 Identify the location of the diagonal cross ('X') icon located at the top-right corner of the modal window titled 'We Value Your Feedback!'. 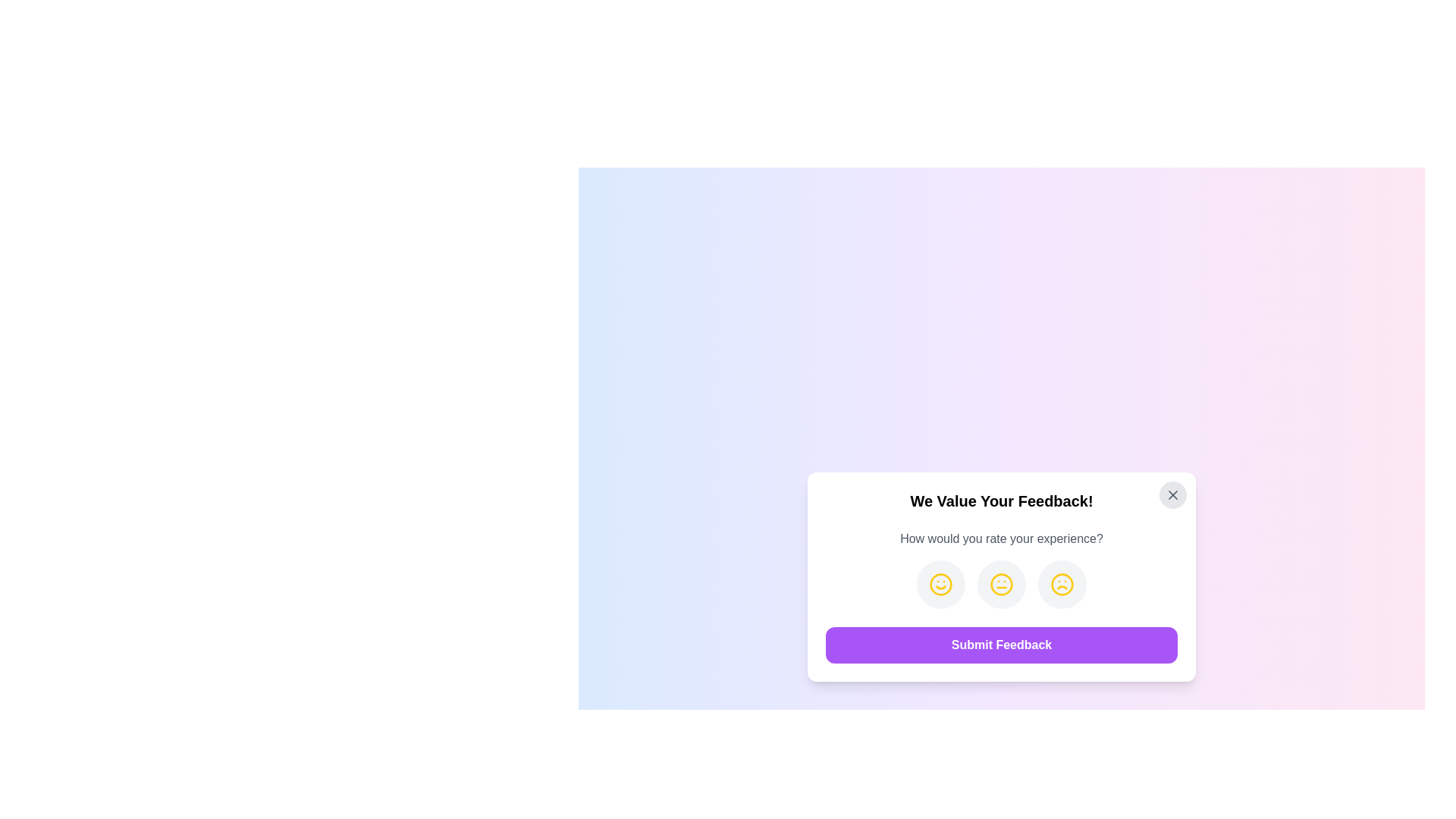
(1172, 494).